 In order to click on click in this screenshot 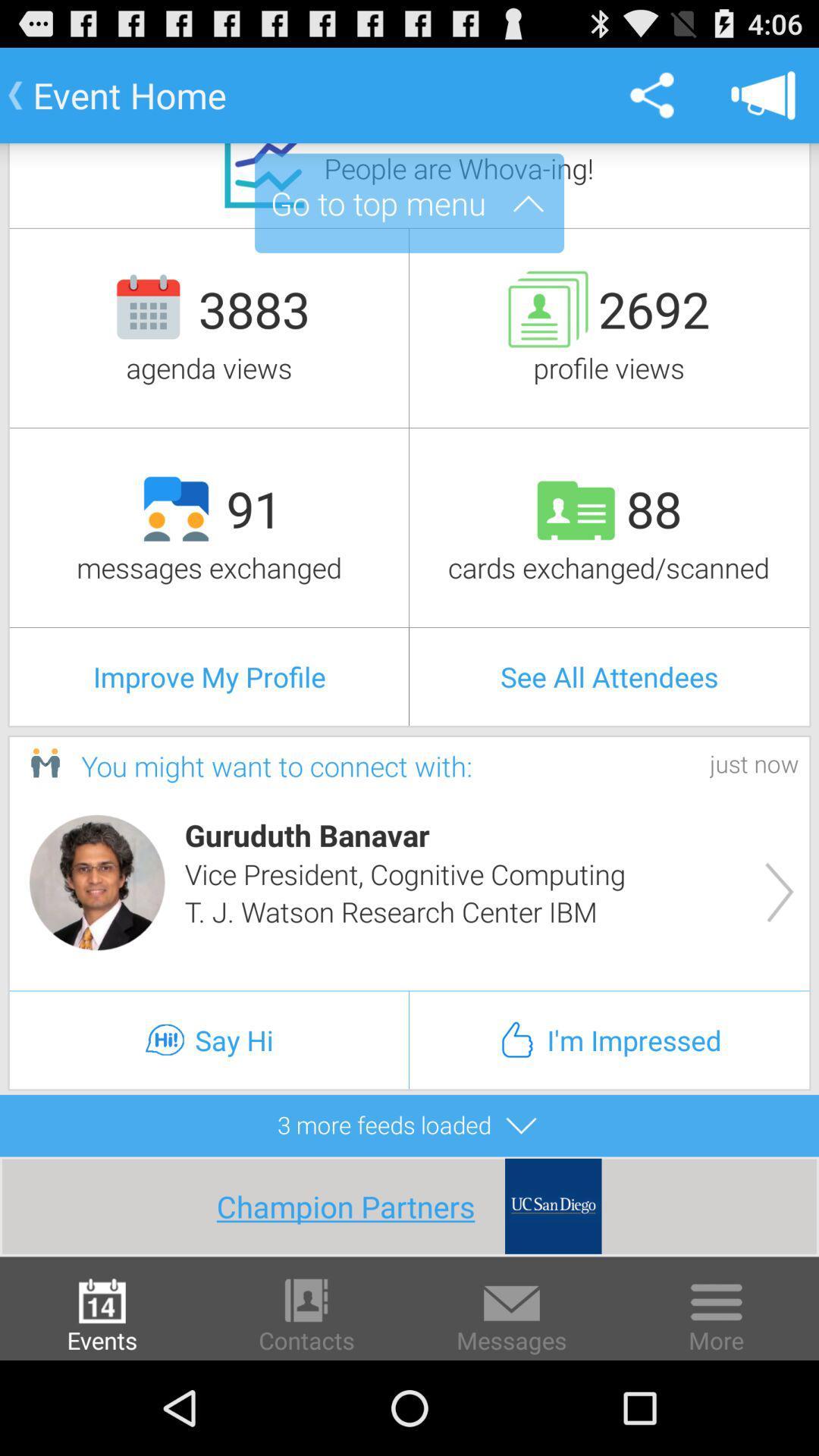, I will do `click(97, 882)`.